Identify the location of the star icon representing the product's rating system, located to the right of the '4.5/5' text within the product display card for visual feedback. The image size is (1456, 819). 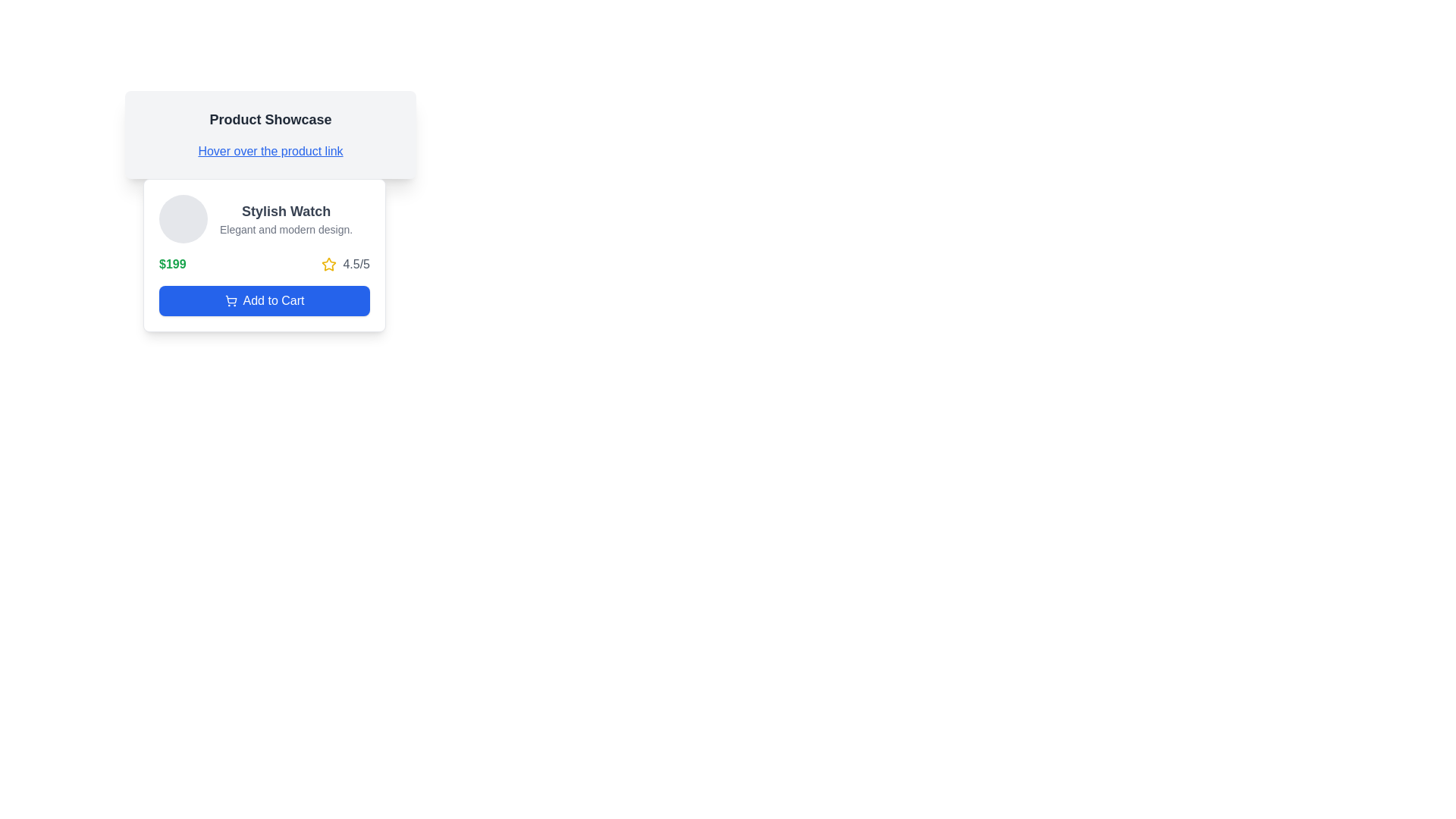
(328, 263).